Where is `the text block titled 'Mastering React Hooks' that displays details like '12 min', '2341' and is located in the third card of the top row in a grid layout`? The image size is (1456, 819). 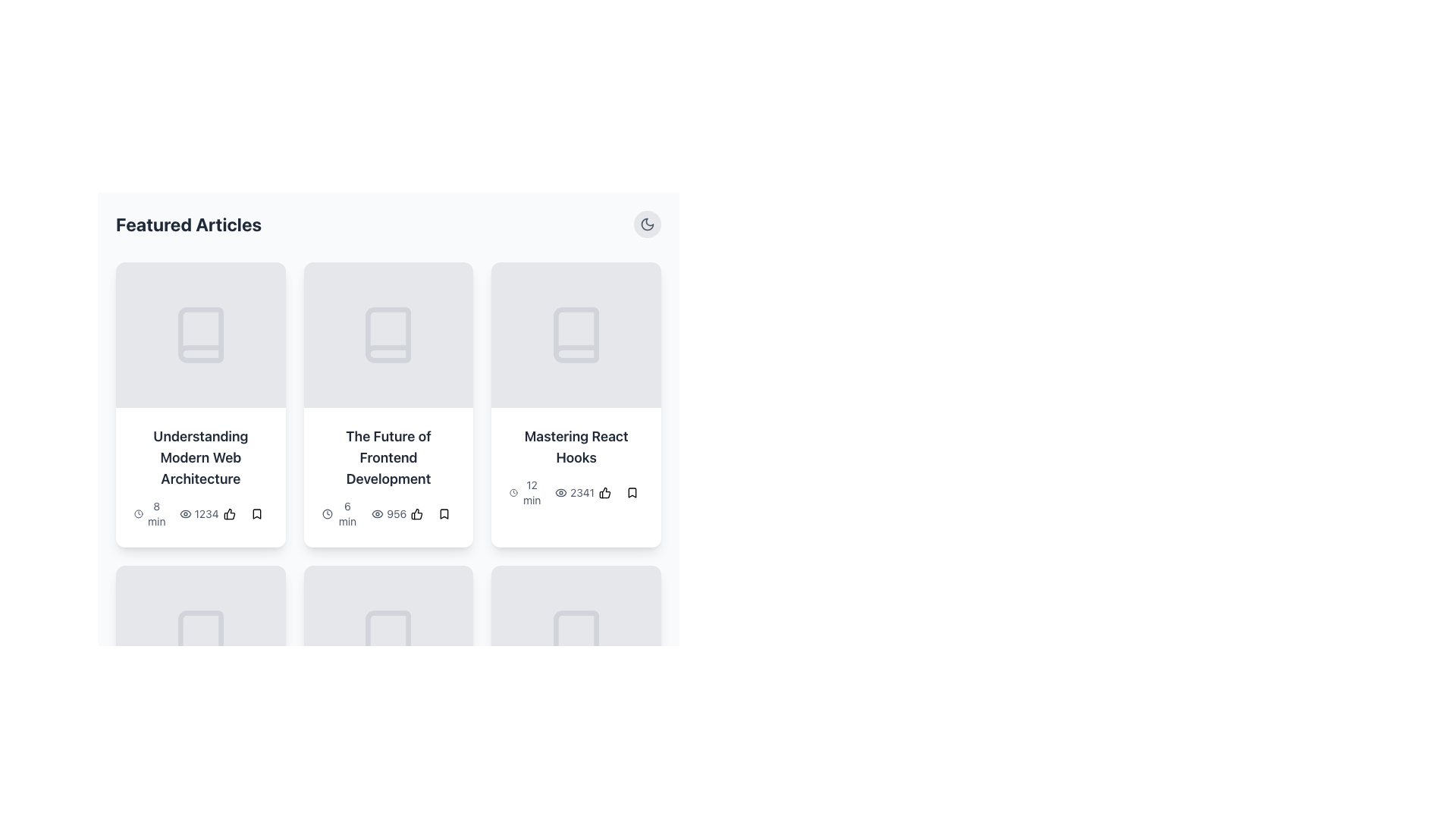 the text block titled 'Mastering React Hooks' that displays details like '12 min', '2341' and is located in the third card of the top row in a grid layout is located at coordinates (576, 466).